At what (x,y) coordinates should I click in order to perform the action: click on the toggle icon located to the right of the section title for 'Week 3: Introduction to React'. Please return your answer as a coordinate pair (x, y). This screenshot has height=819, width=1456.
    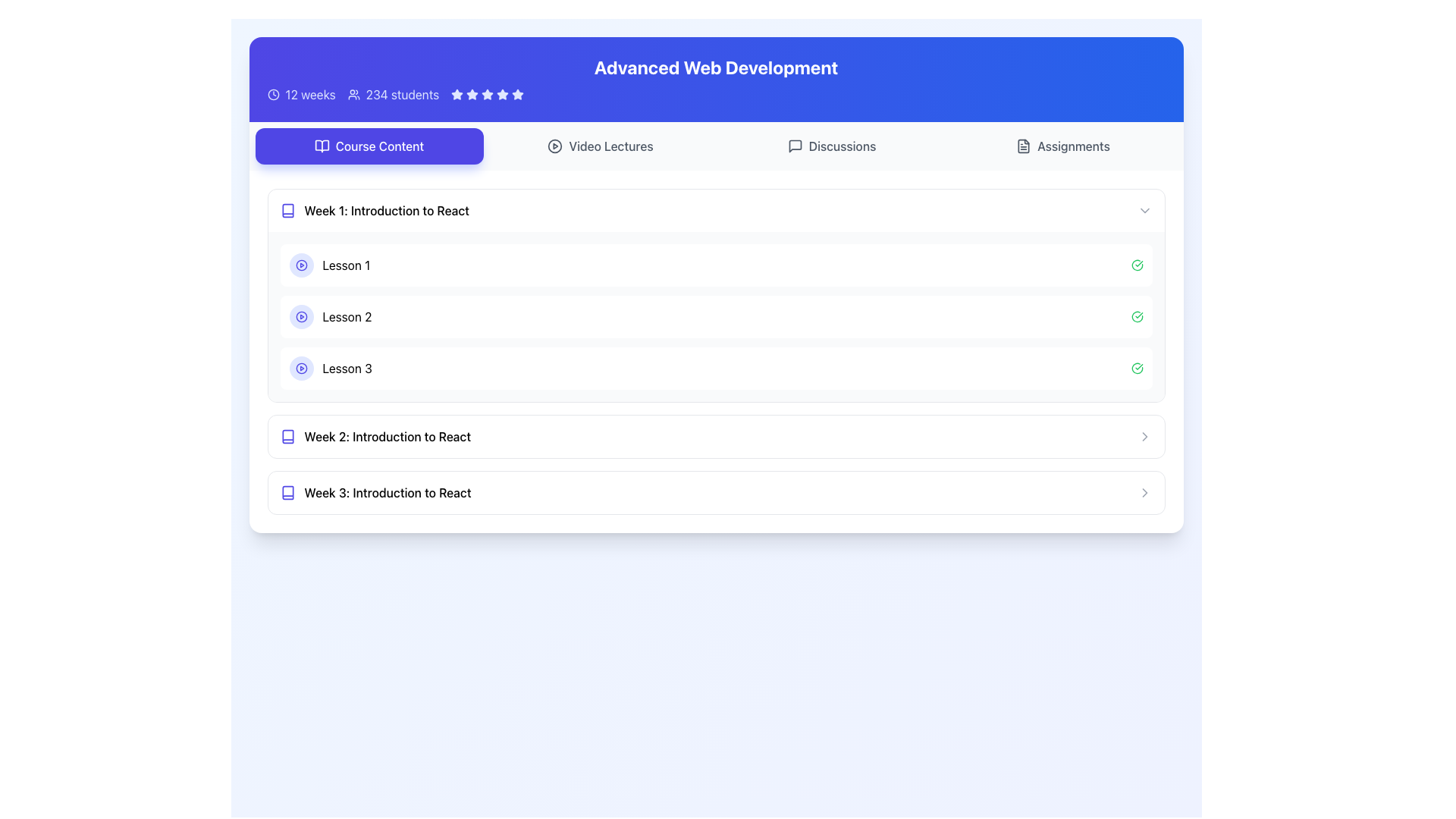
    Looking at the image, I should click on (1144, 436).